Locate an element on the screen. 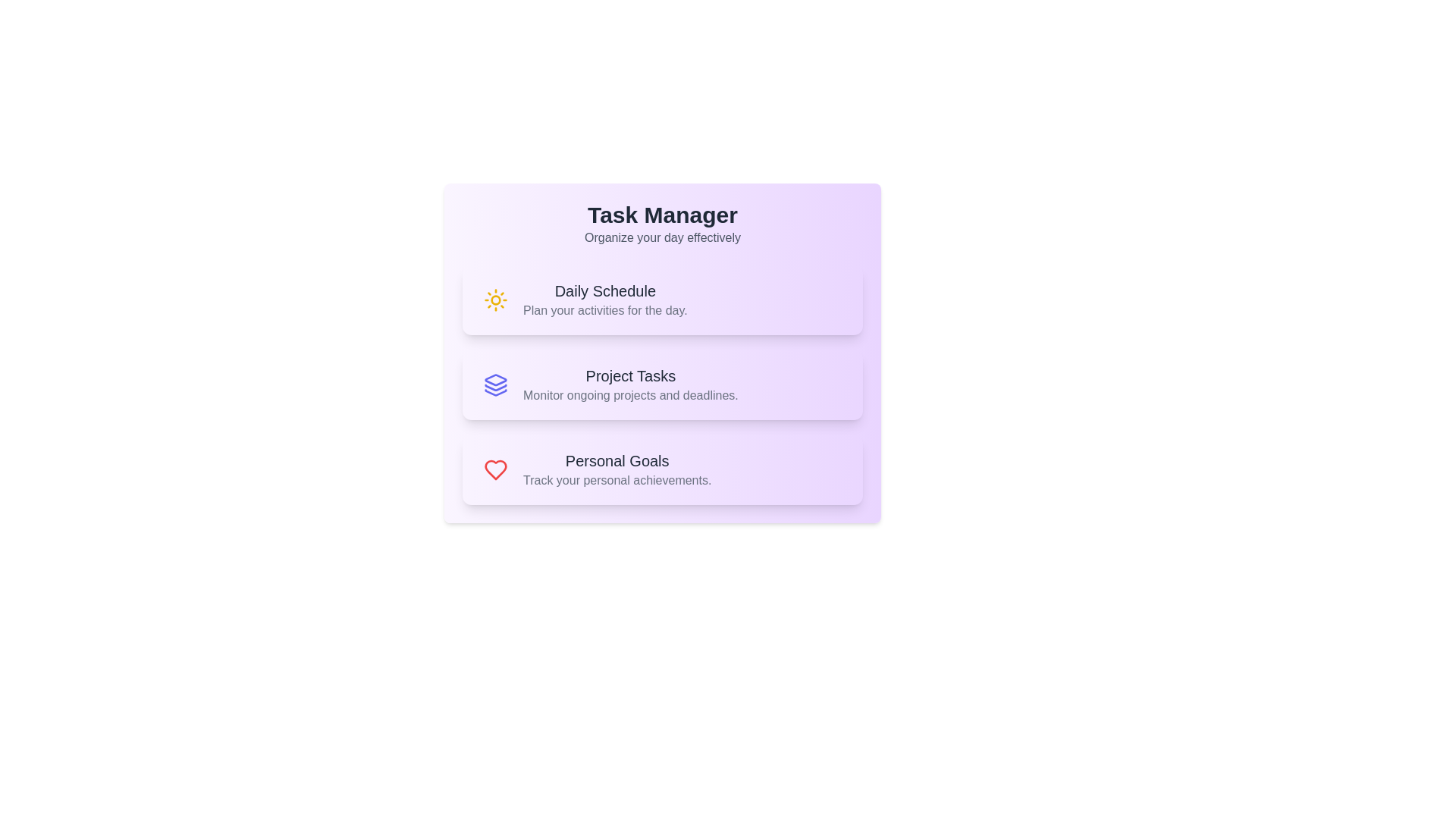 The width and height of the screenshot is (1456, 819). the icon for Personal Goals is located at coordinates (495, 469).